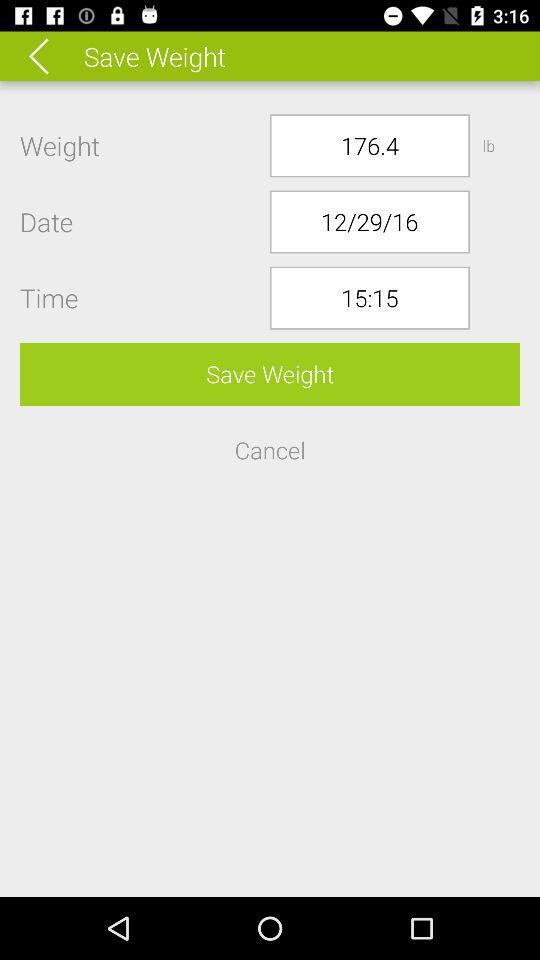 Image resolution: width=540 pixels, height=960 pixels. What do you see at coordinates (52, 55) in the screenshot?
I see `go back` at bounding box center [52, 55].